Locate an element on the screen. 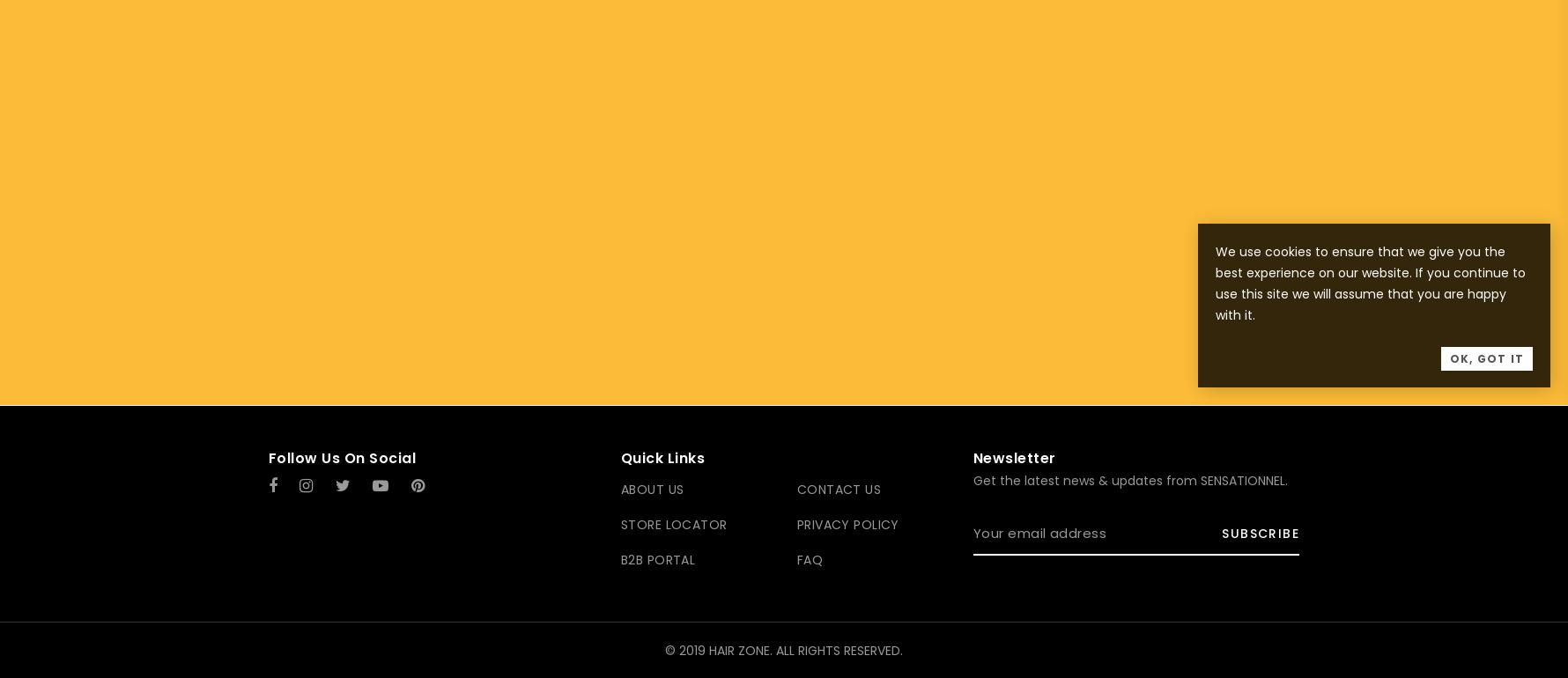  'ABOUT US' is located at coordinates (650, 490).